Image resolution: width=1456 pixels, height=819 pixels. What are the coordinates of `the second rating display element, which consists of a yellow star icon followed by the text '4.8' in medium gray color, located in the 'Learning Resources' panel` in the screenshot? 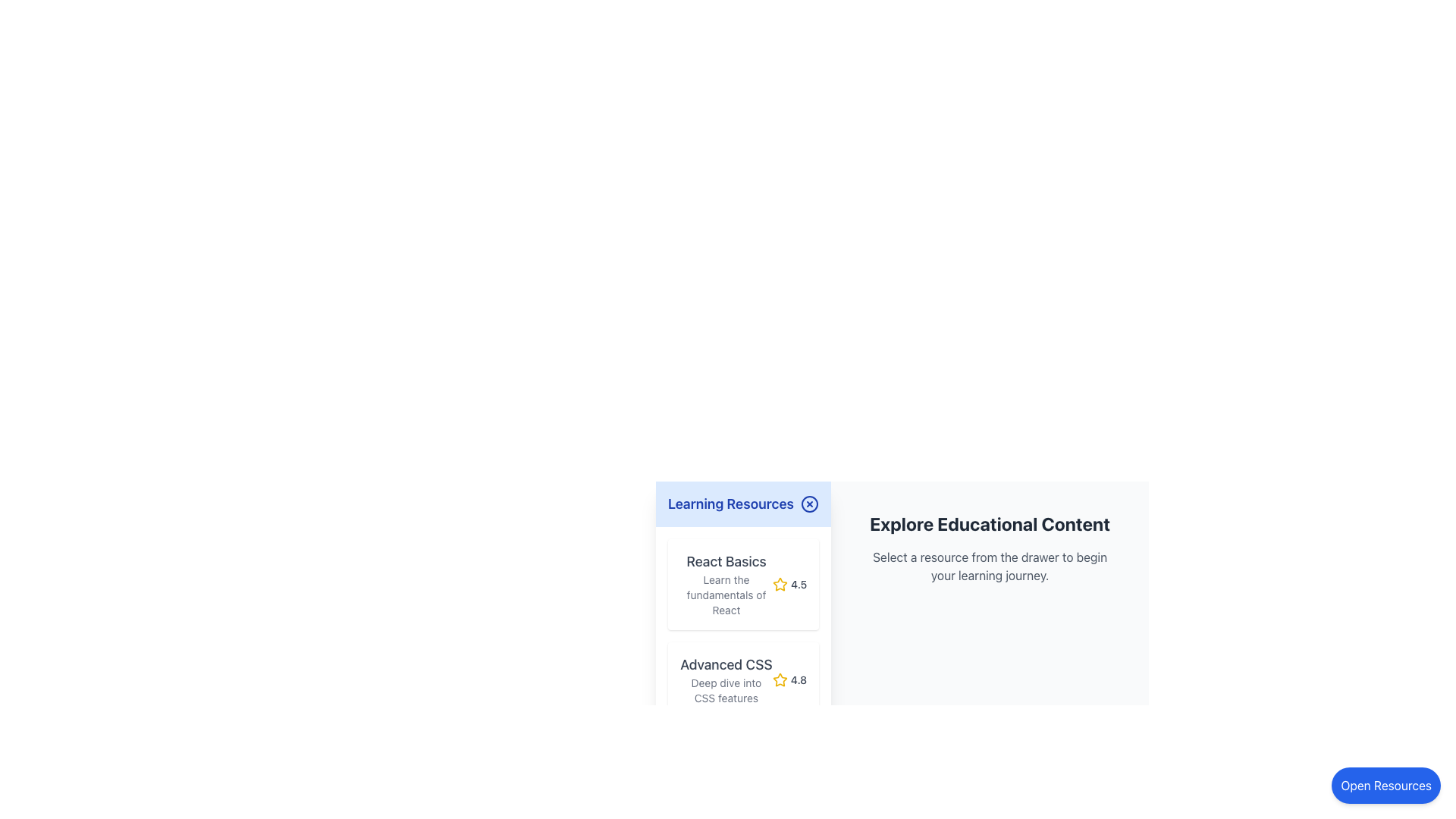 It's located at (789, 679).